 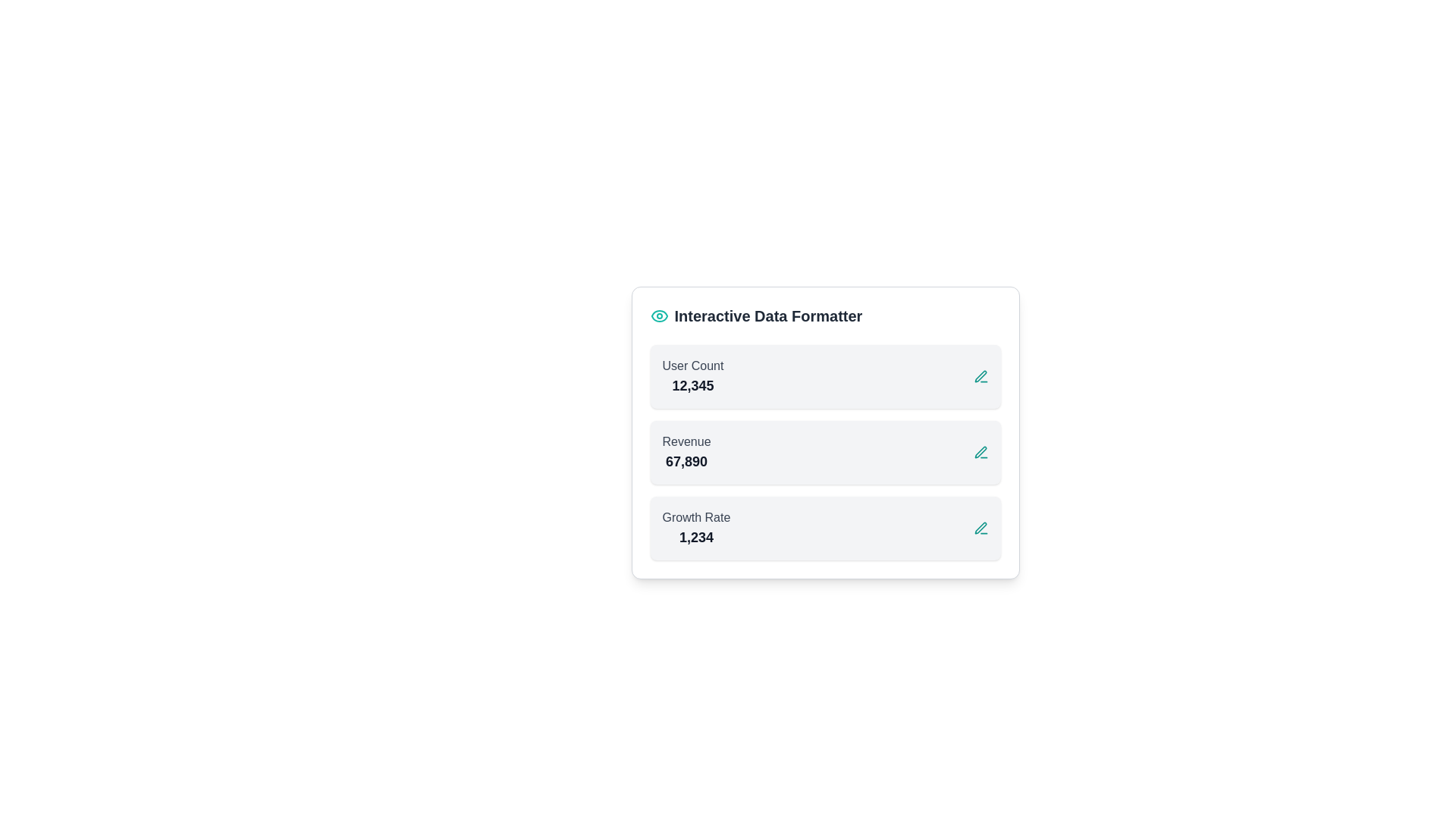 I want to click on the text label displaying 'Revenue' in bold gray font, located in the second section of the 'Interactive Data Formatter' panel, above the numeric value '67,890', so click(x=686, y=441).